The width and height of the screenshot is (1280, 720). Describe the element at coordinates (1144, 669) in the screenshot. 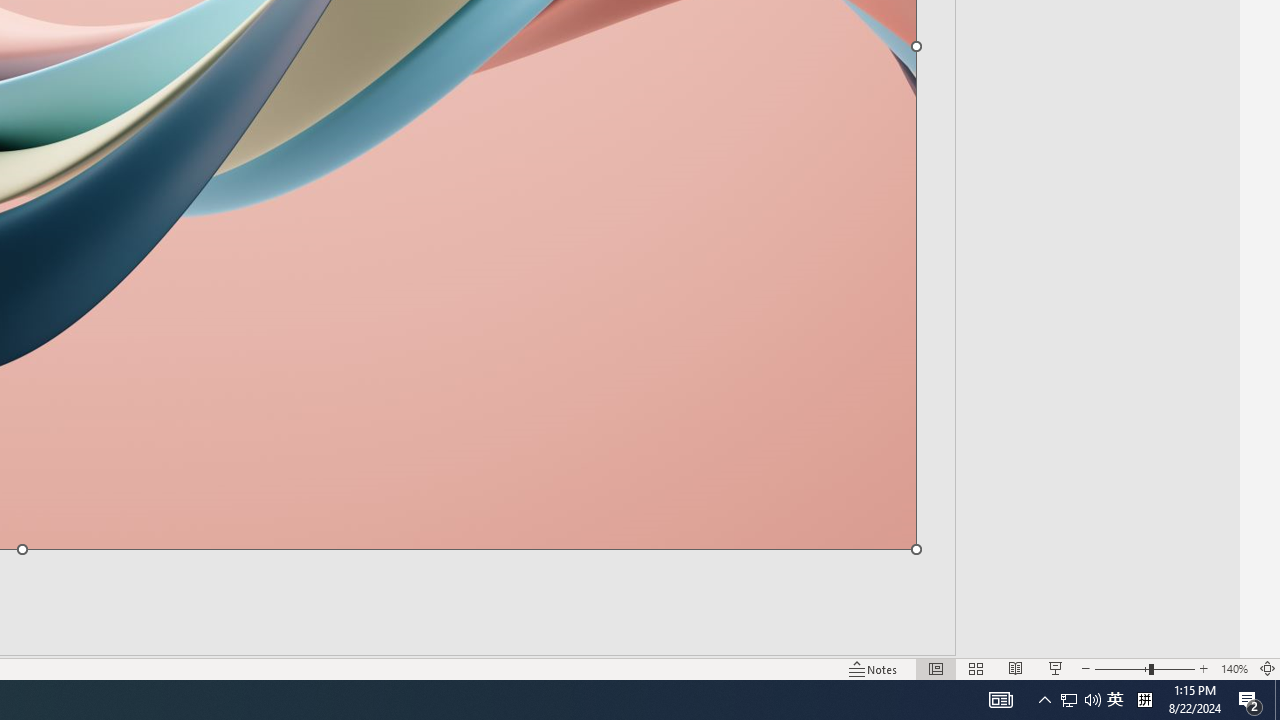

I see `'Zoom'` at that location.